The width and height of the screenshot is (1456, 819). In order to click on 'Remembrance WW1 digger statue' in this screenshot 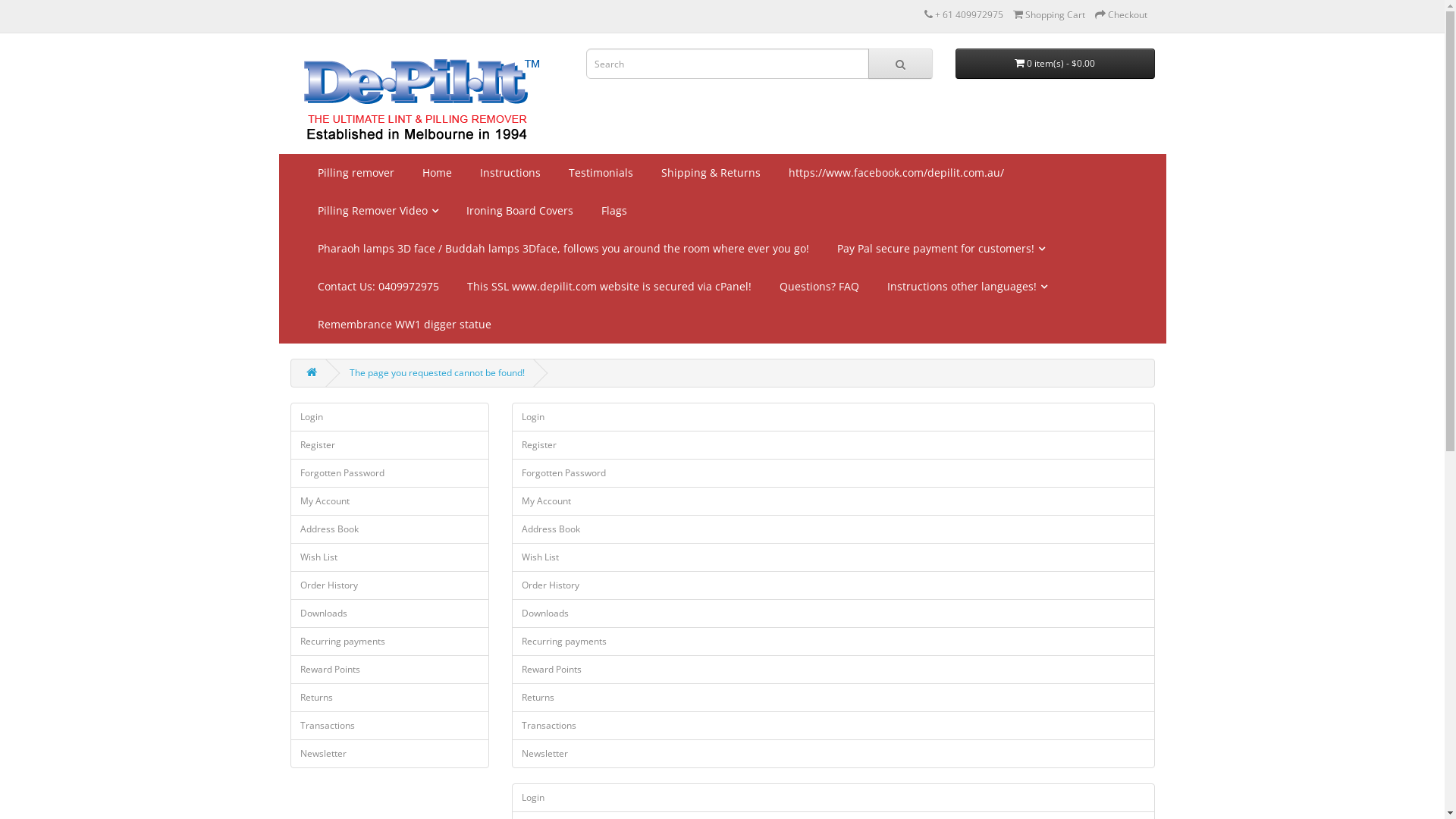, I will do `click(302, 324)`.